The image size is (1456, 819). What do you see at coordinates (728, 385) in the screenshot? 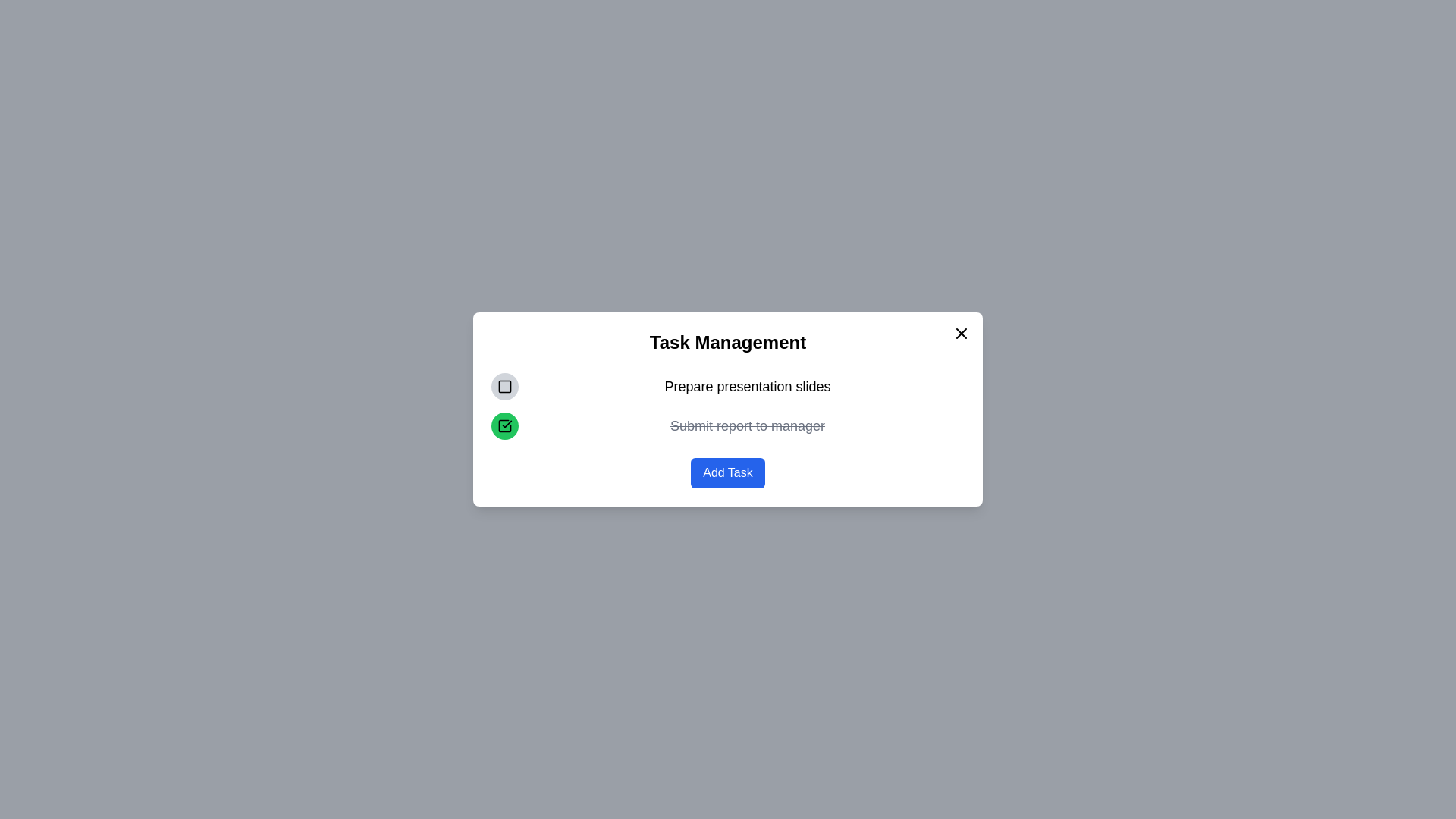
I see `the text 'Prepare presentation slides'` at bounding box center [728, 385].